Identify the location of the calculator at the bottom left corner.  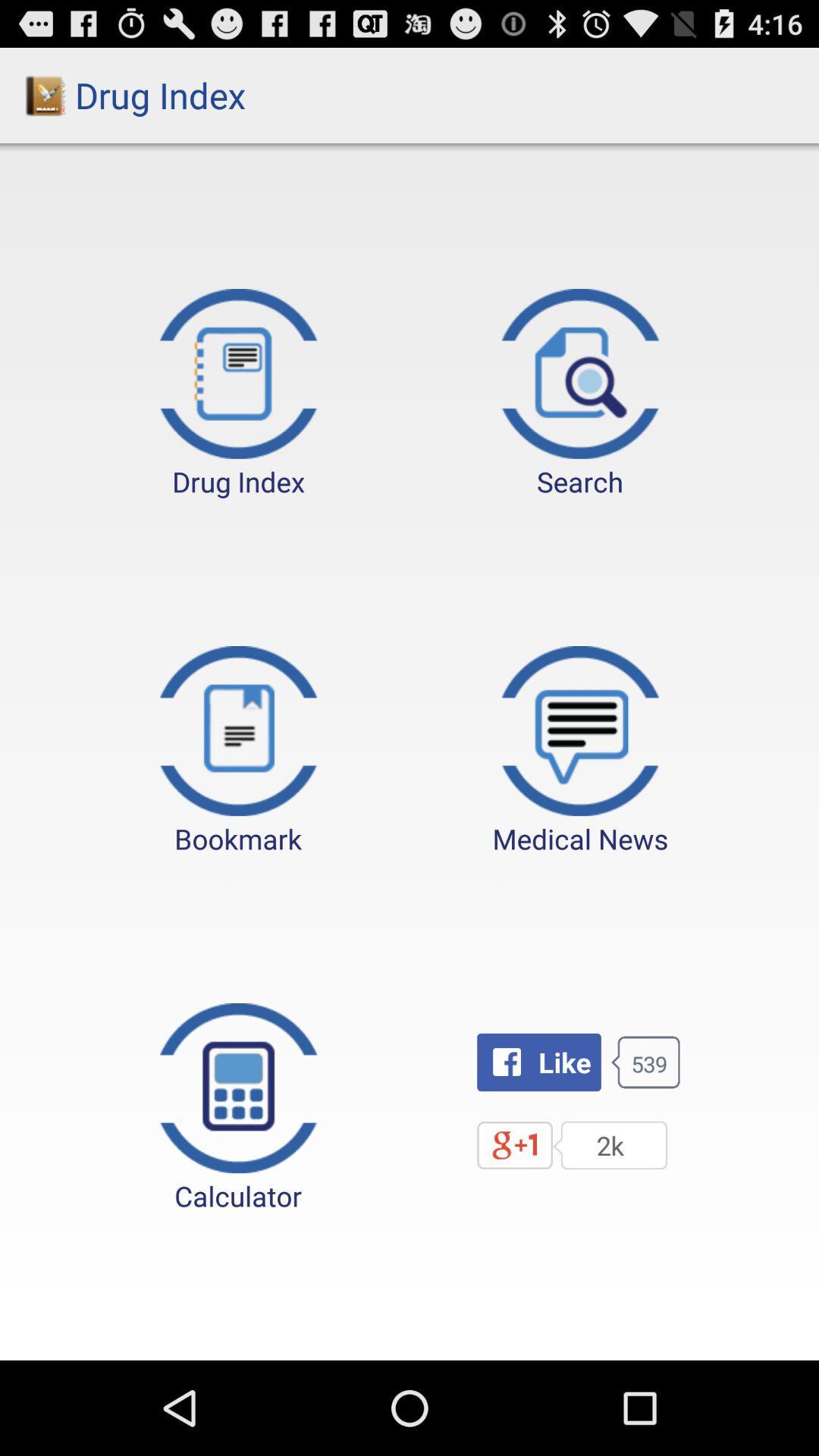
(238, 1109).